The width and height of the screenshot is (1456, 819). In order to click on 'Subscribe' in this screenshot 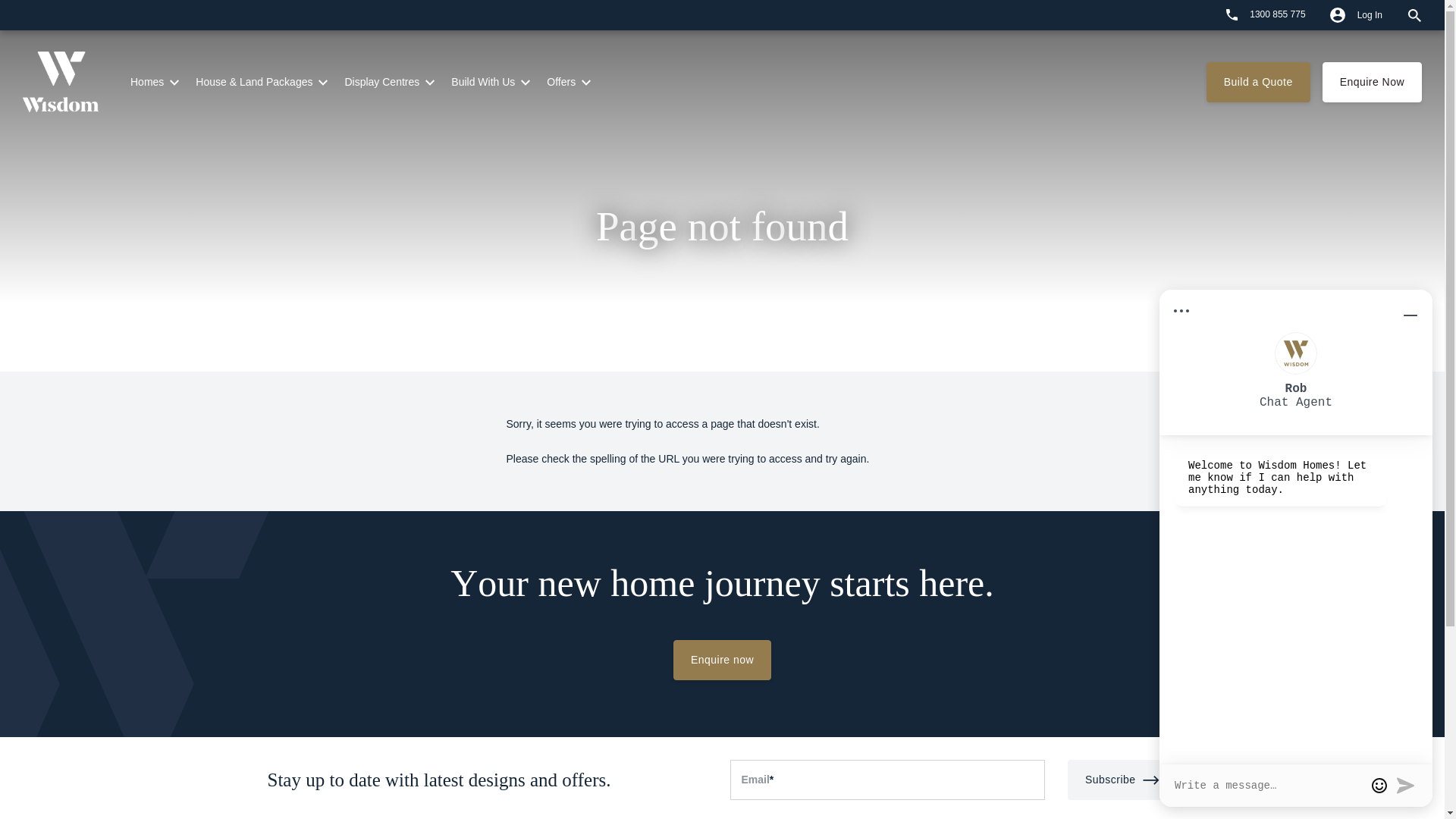, I will do `click(1122, 780)`.